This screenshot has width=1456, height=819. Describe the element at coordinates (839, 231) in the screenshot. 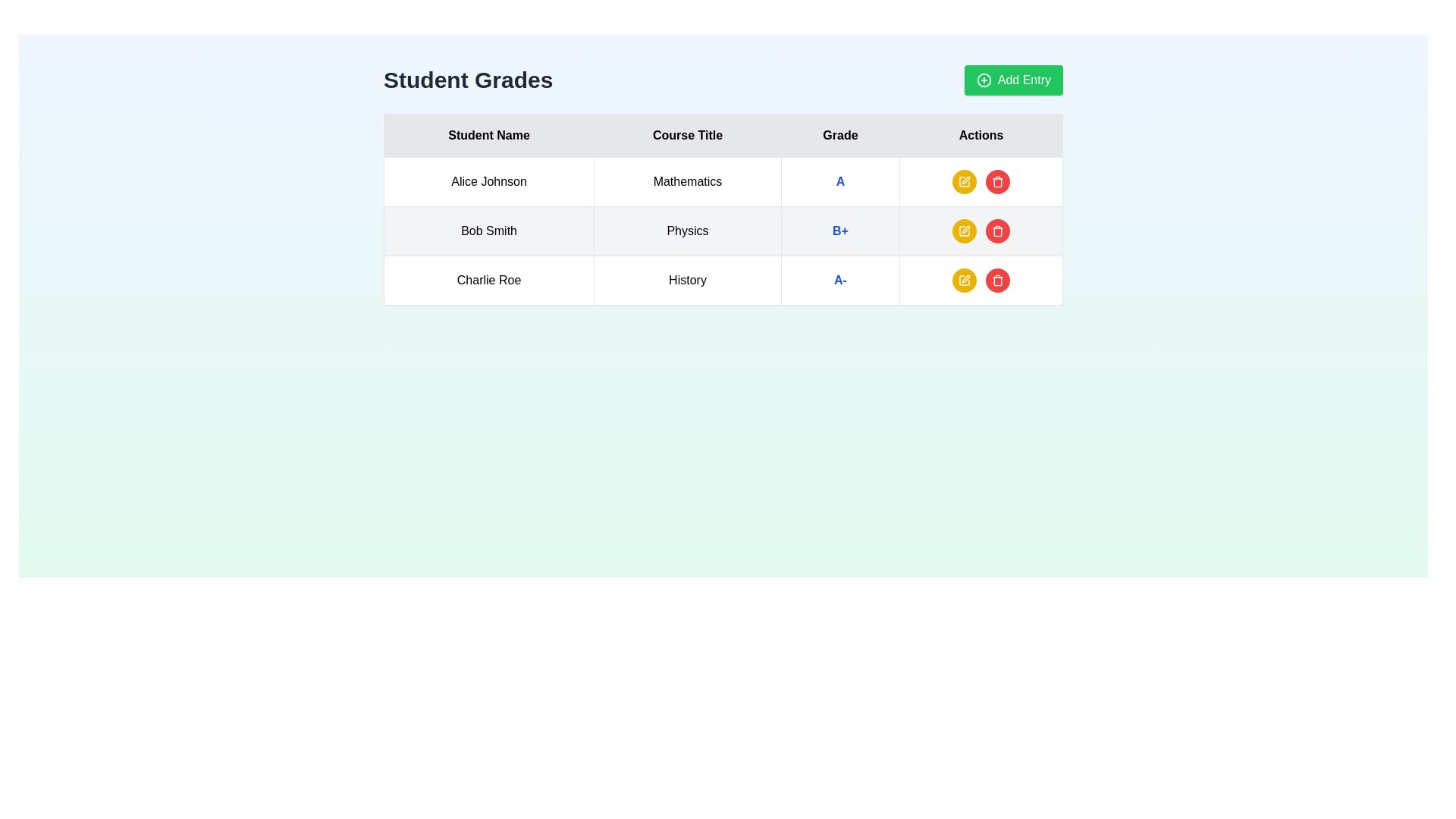

I see `the Text Label displaying the grade 'B+' for the student 'Bob Smith' in the 'Grade' column of the table` at that location.